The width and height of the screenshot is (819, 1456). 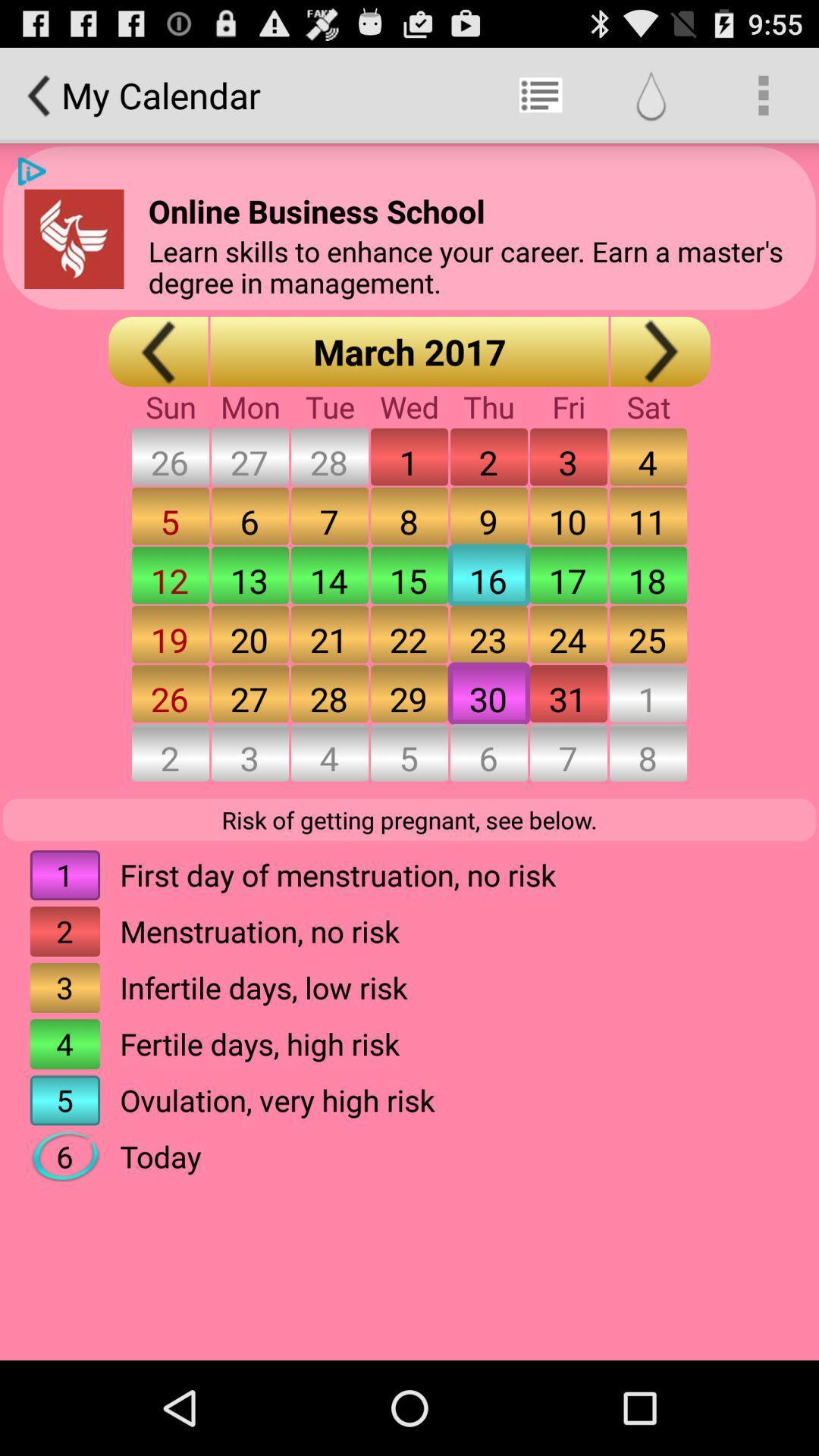 I want to click on next month, so click(x=660, y=350).